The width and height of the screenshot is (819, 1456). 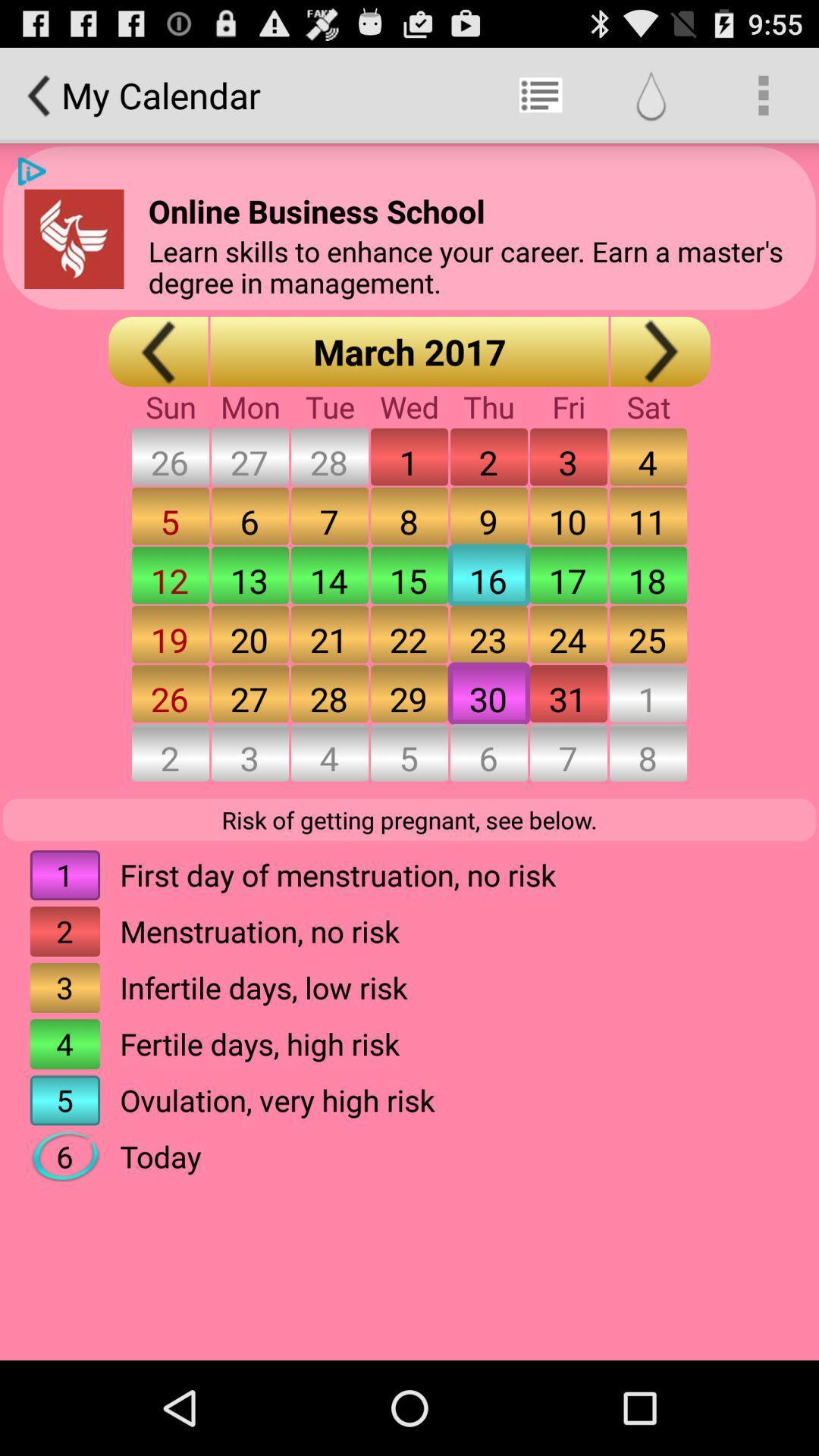 I want to click on next month, so click(x=660, y=350).